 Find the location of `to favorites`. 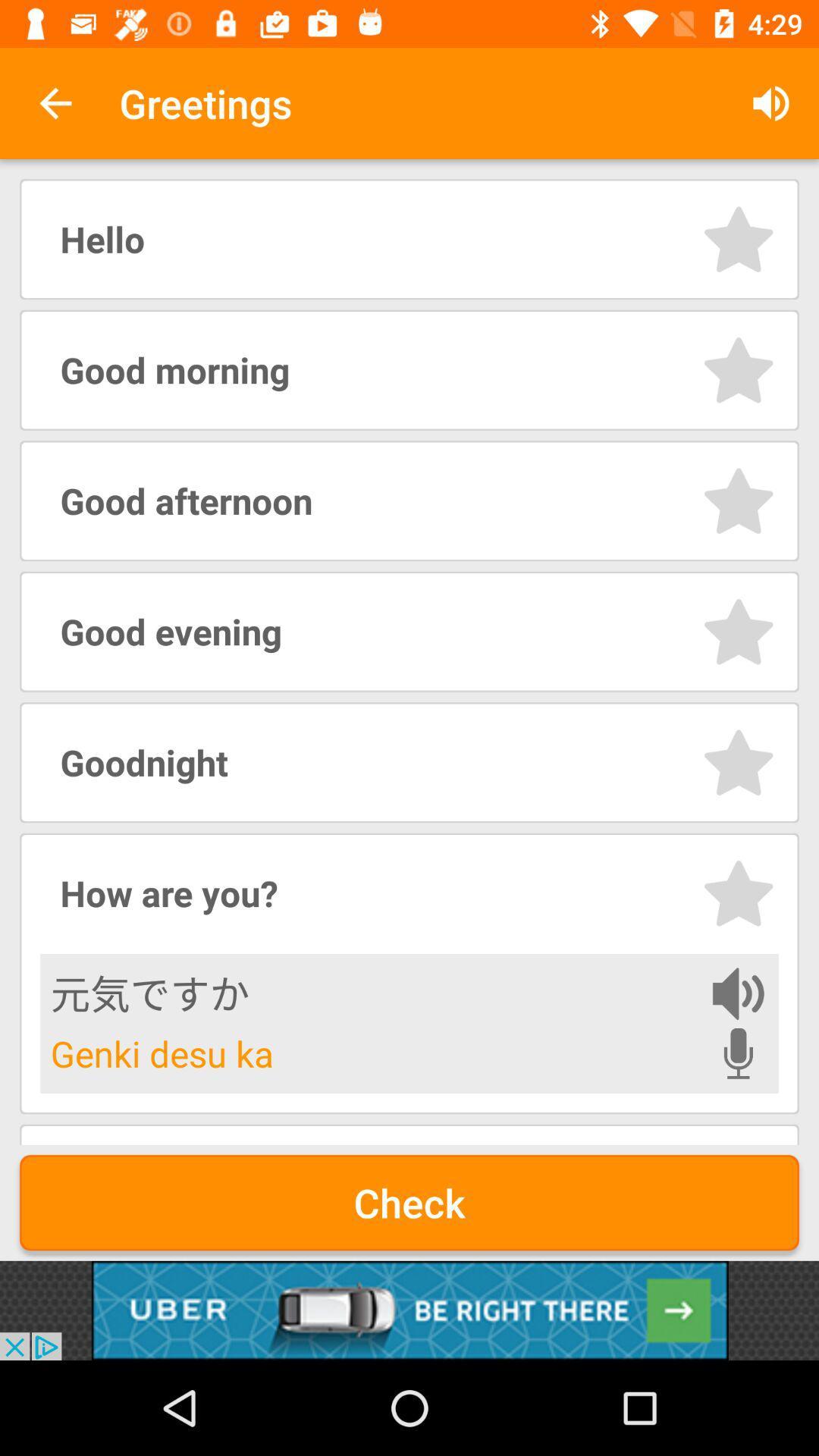

to favorites is located at coordinates (738, 500).